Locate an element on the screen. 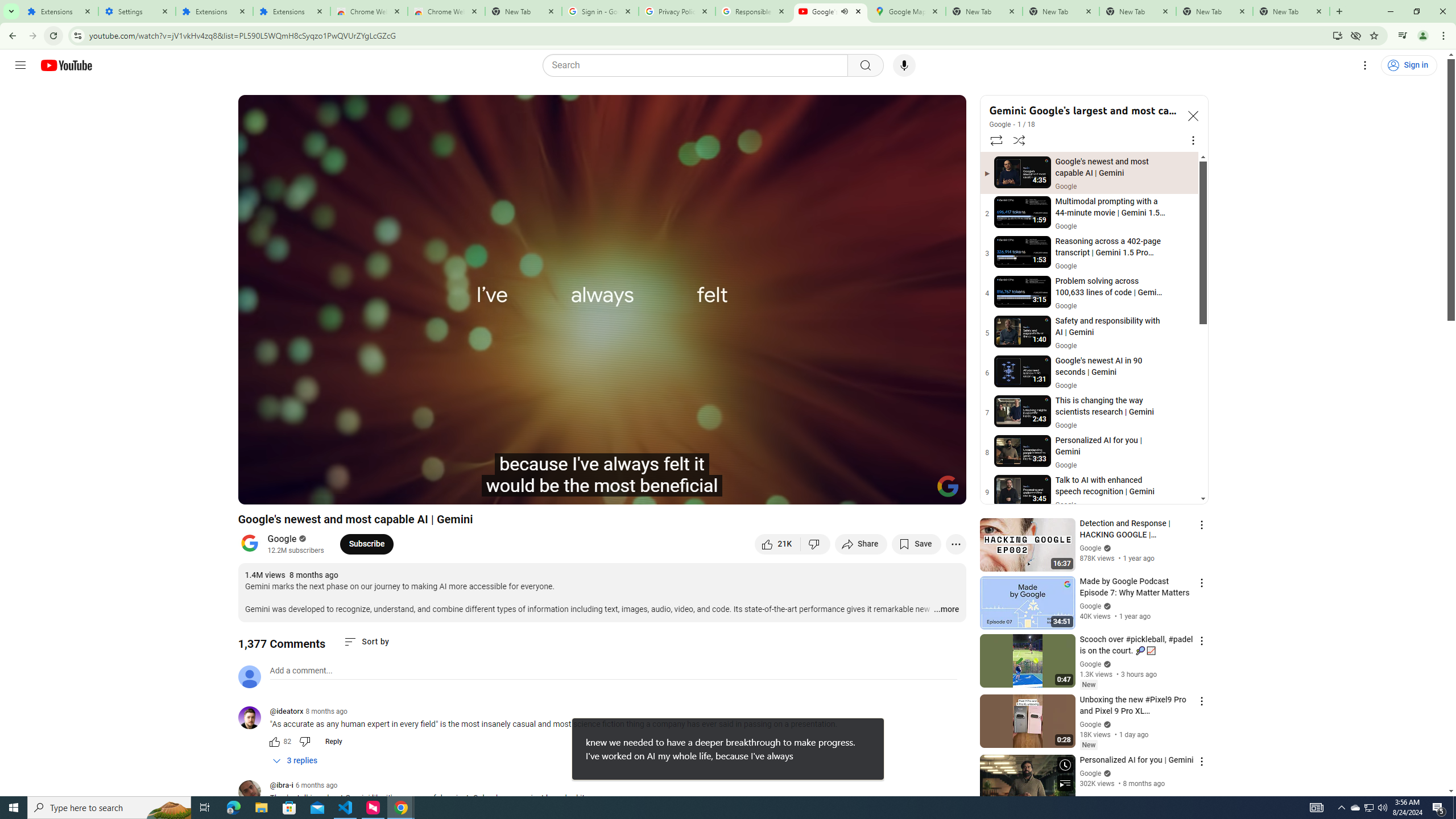 This screenshot has height=819, width=1456. 'More actions' is located at coordinates (955, 543).